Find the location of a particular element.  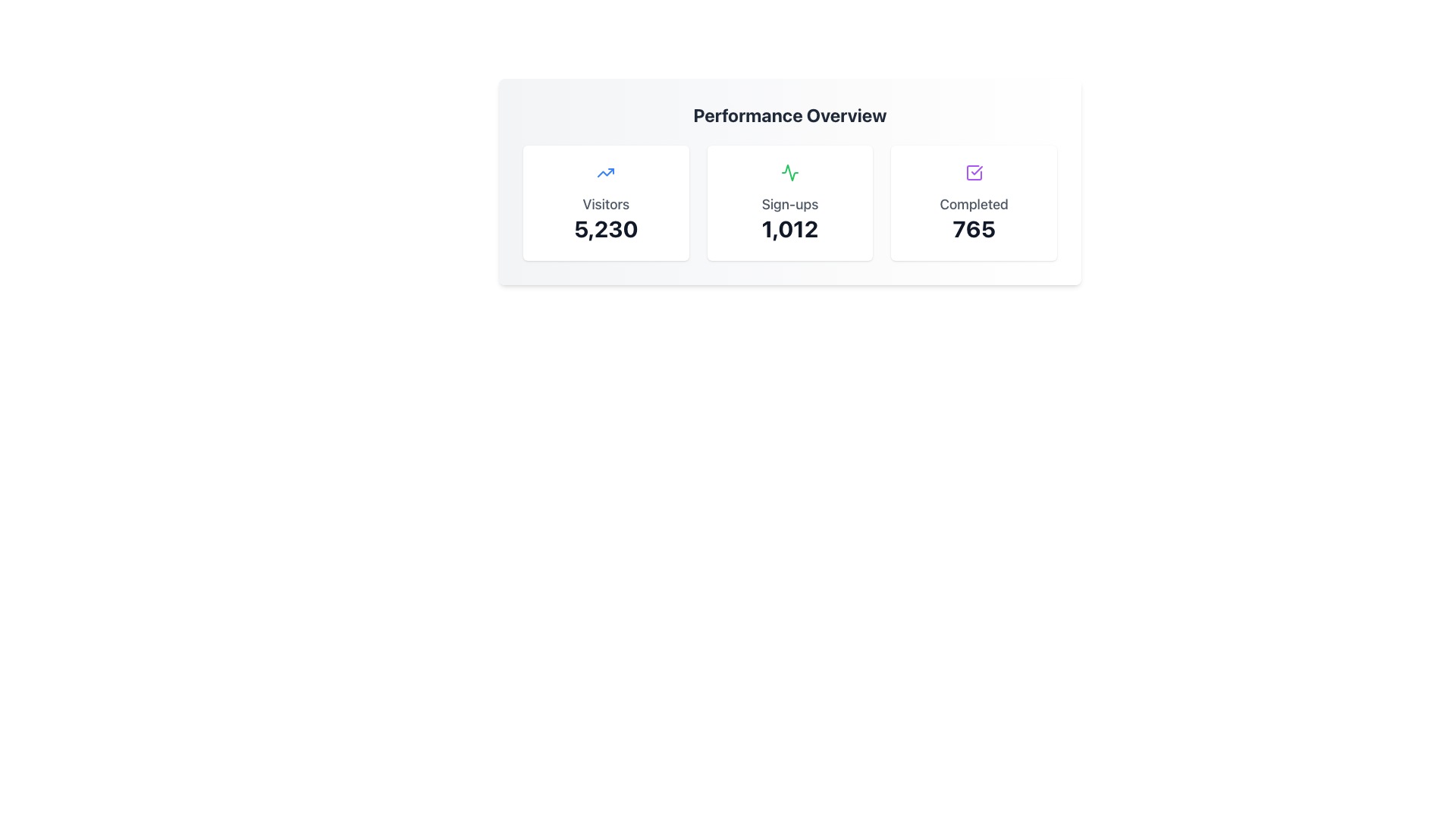

the text label that indicates the type of information as 'Completed', located above the number '765' in the upper section of the third box in a three-box grid layout is located at coordinates (974, 205).